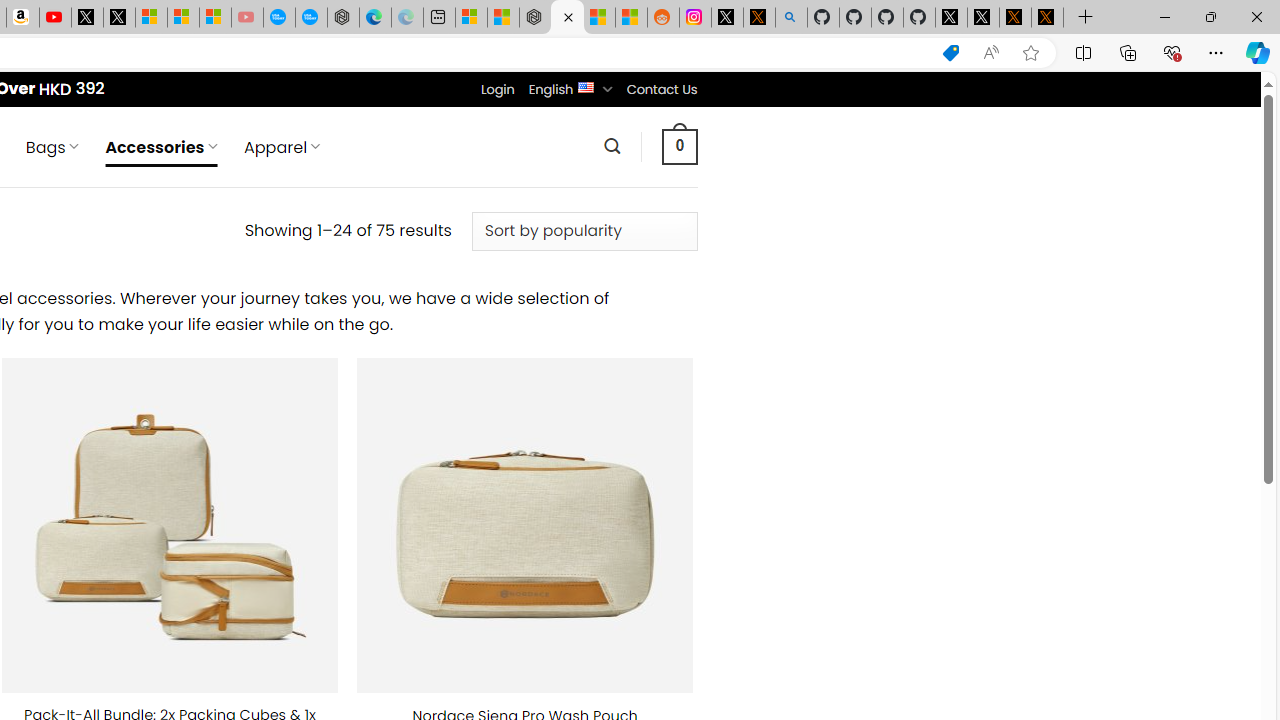 The image size is (1280, 720). I want to click on 'Login', so click(497, 88).